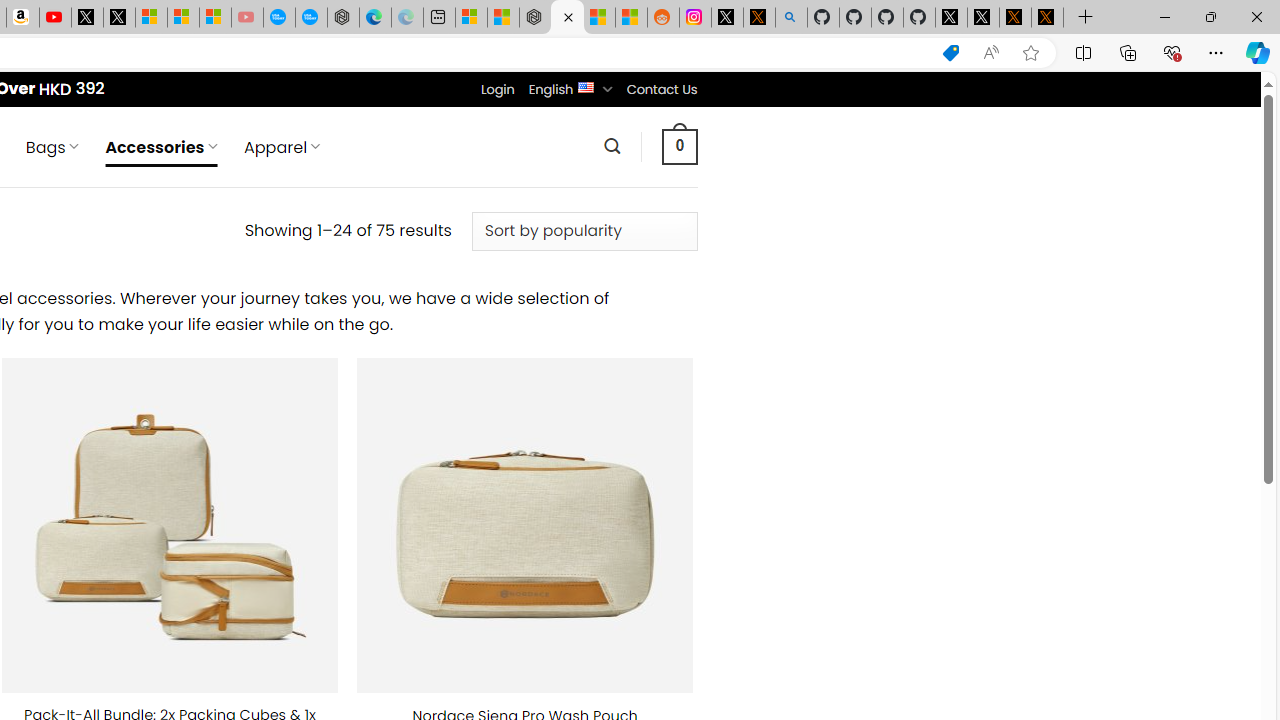 The image size is (1280, 720). I want to click on 'Login', so click(497, 88).